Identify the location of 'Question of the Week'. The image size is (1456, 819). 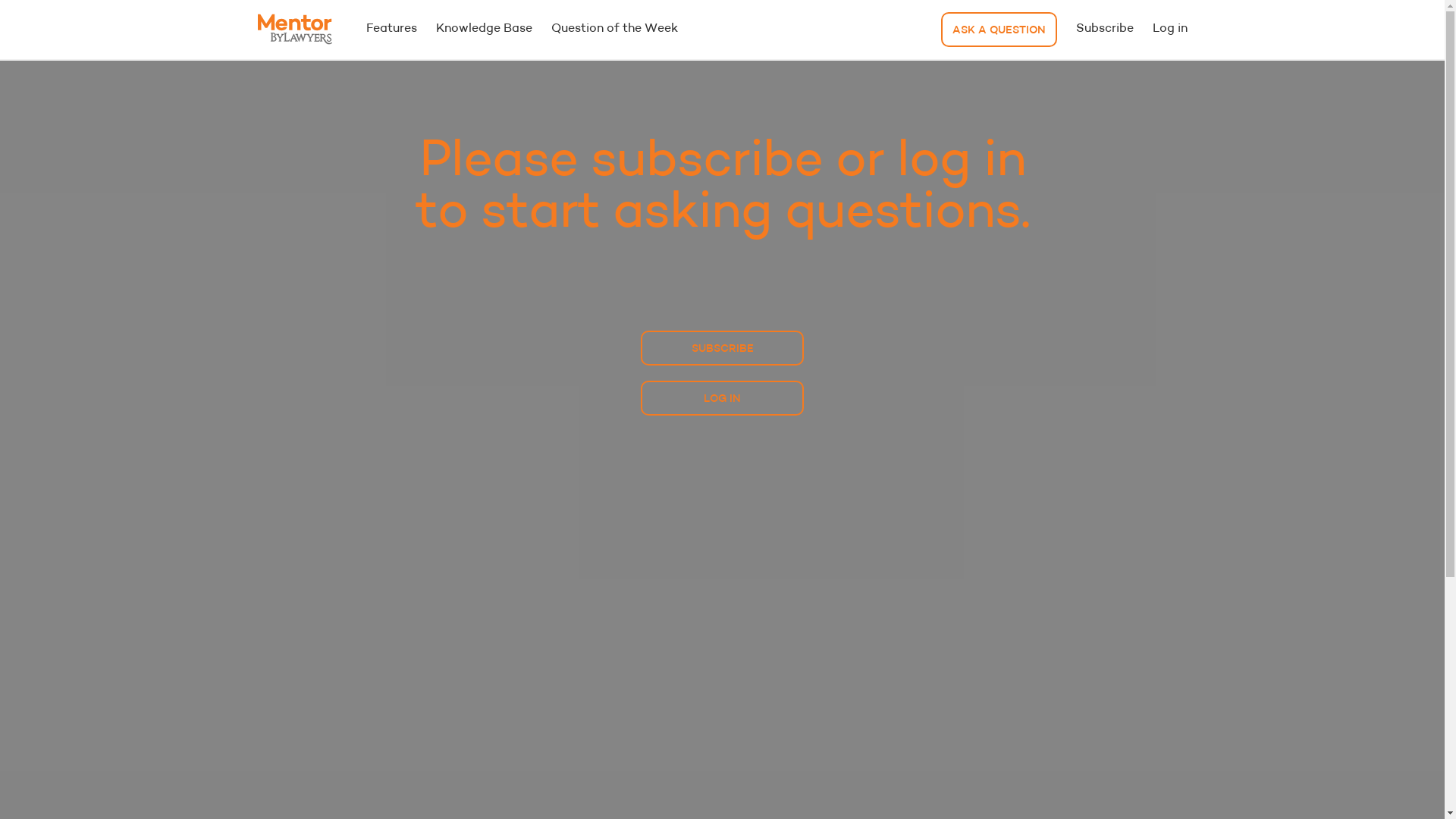
(549, 29).